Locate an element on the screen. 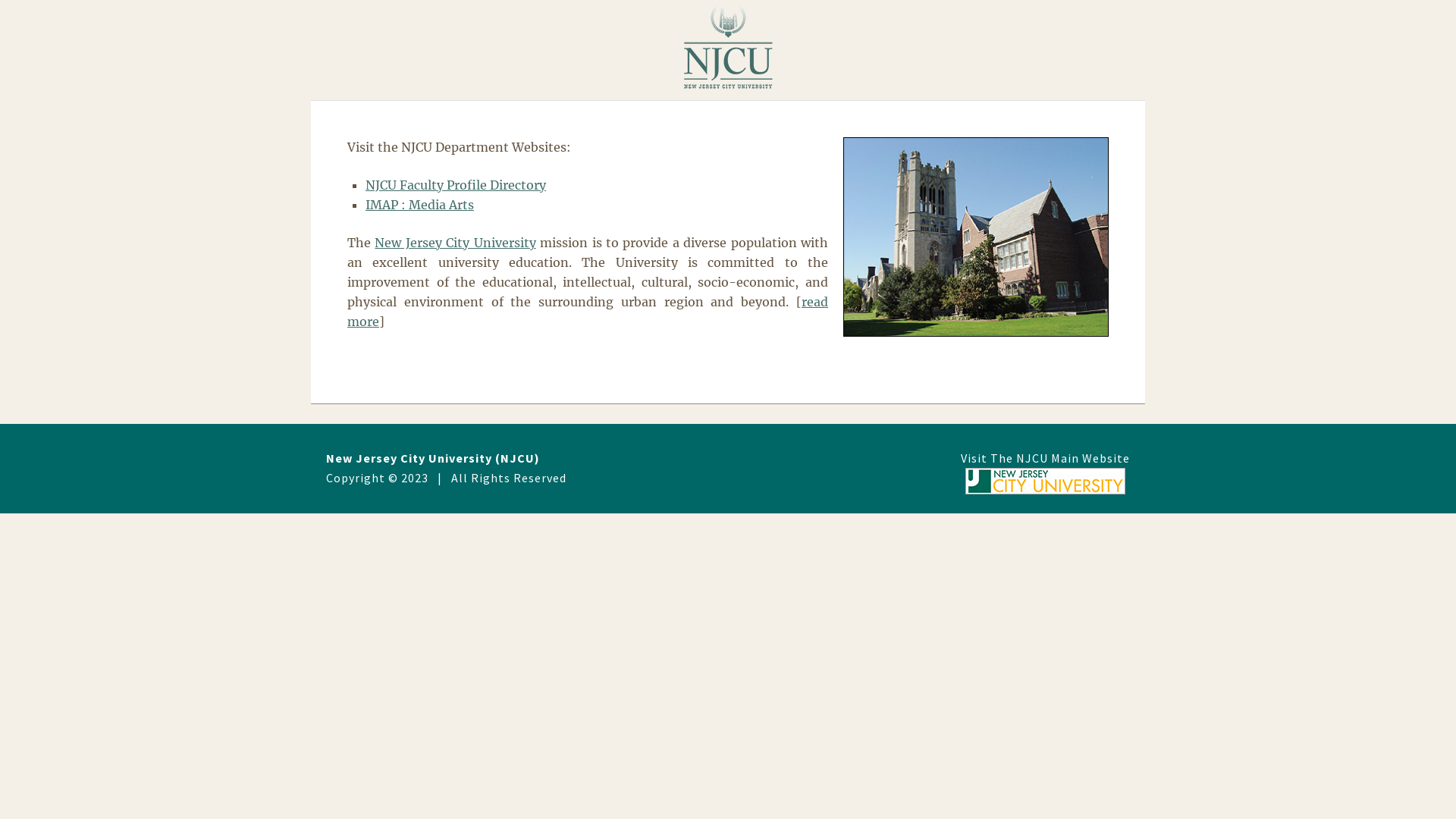  'New Jersey City University' is located at coordinates (454, 242).